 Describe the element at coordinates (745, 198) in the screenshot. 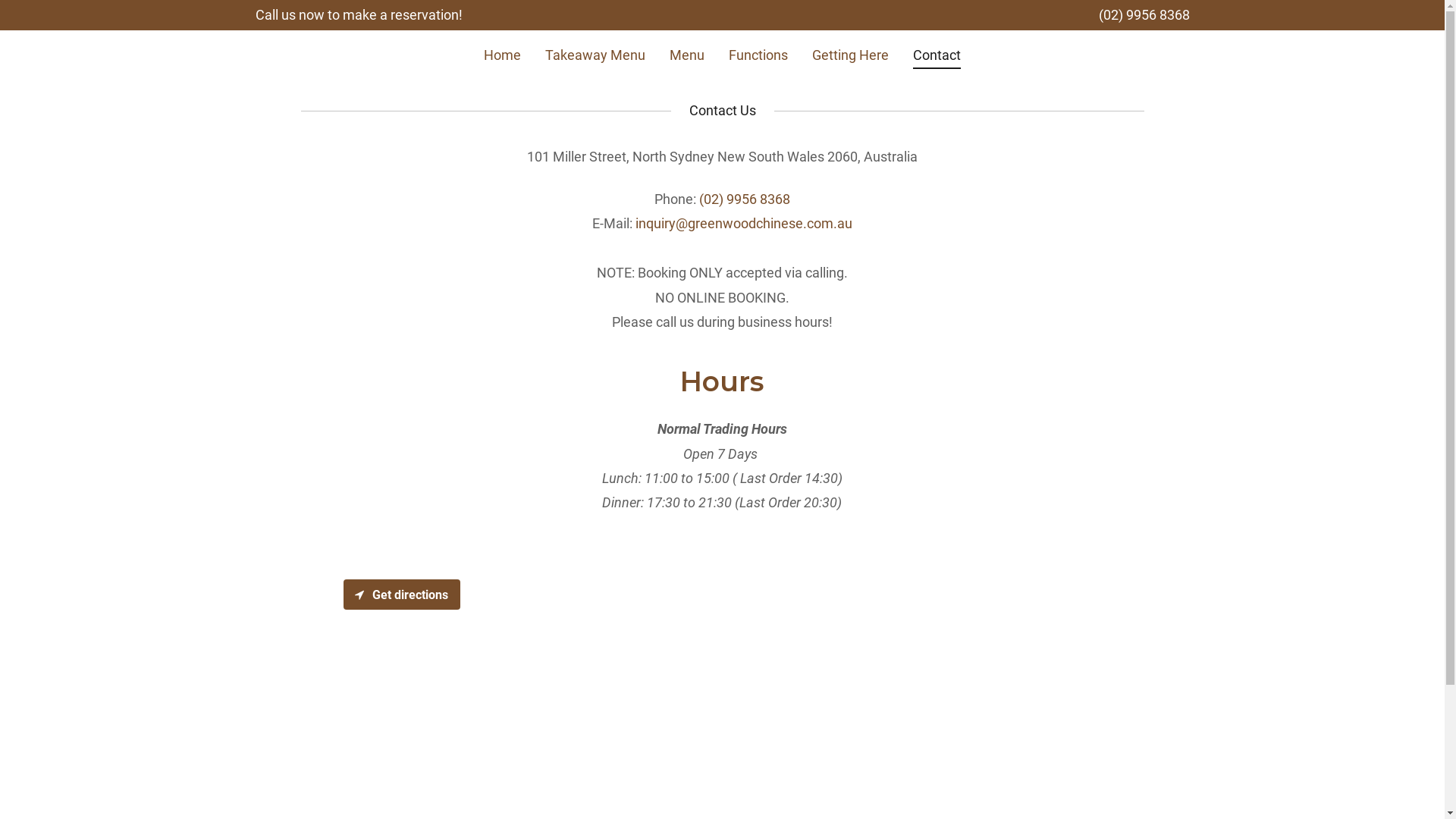

I see `'(02) 9956 8368'` at that location.